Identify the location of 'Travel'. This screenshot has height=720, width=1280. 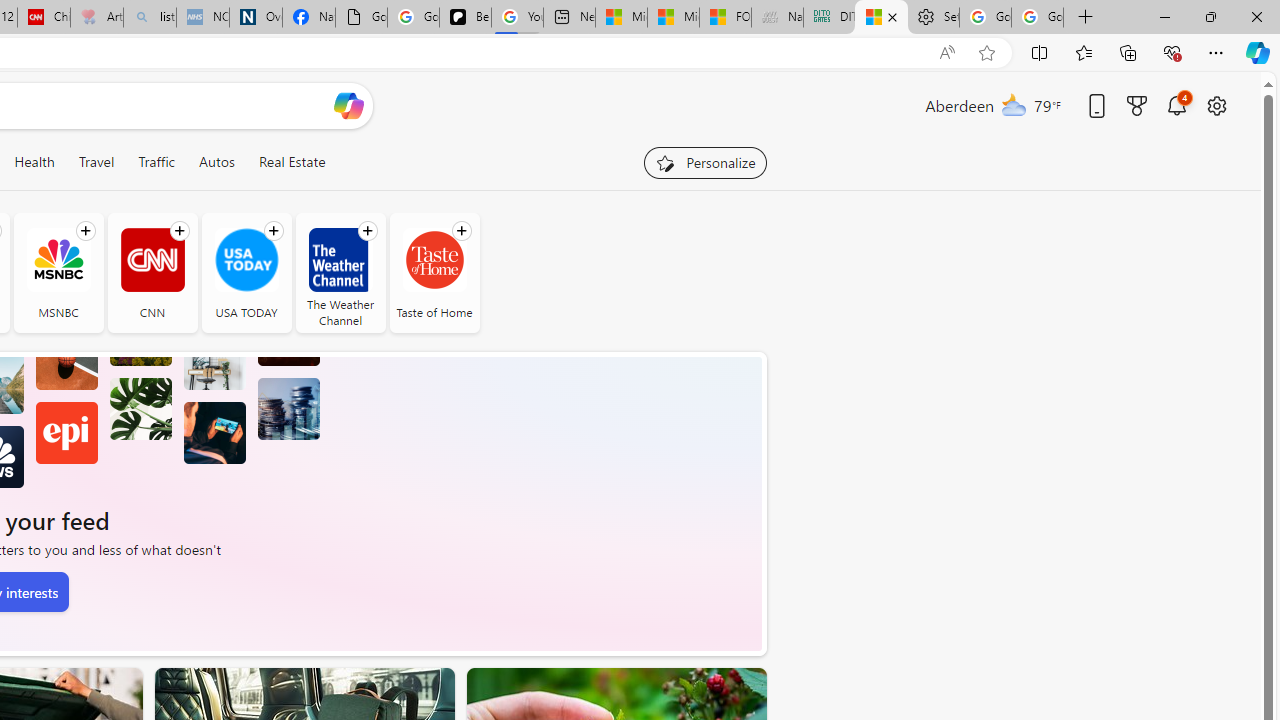
(95, 161).